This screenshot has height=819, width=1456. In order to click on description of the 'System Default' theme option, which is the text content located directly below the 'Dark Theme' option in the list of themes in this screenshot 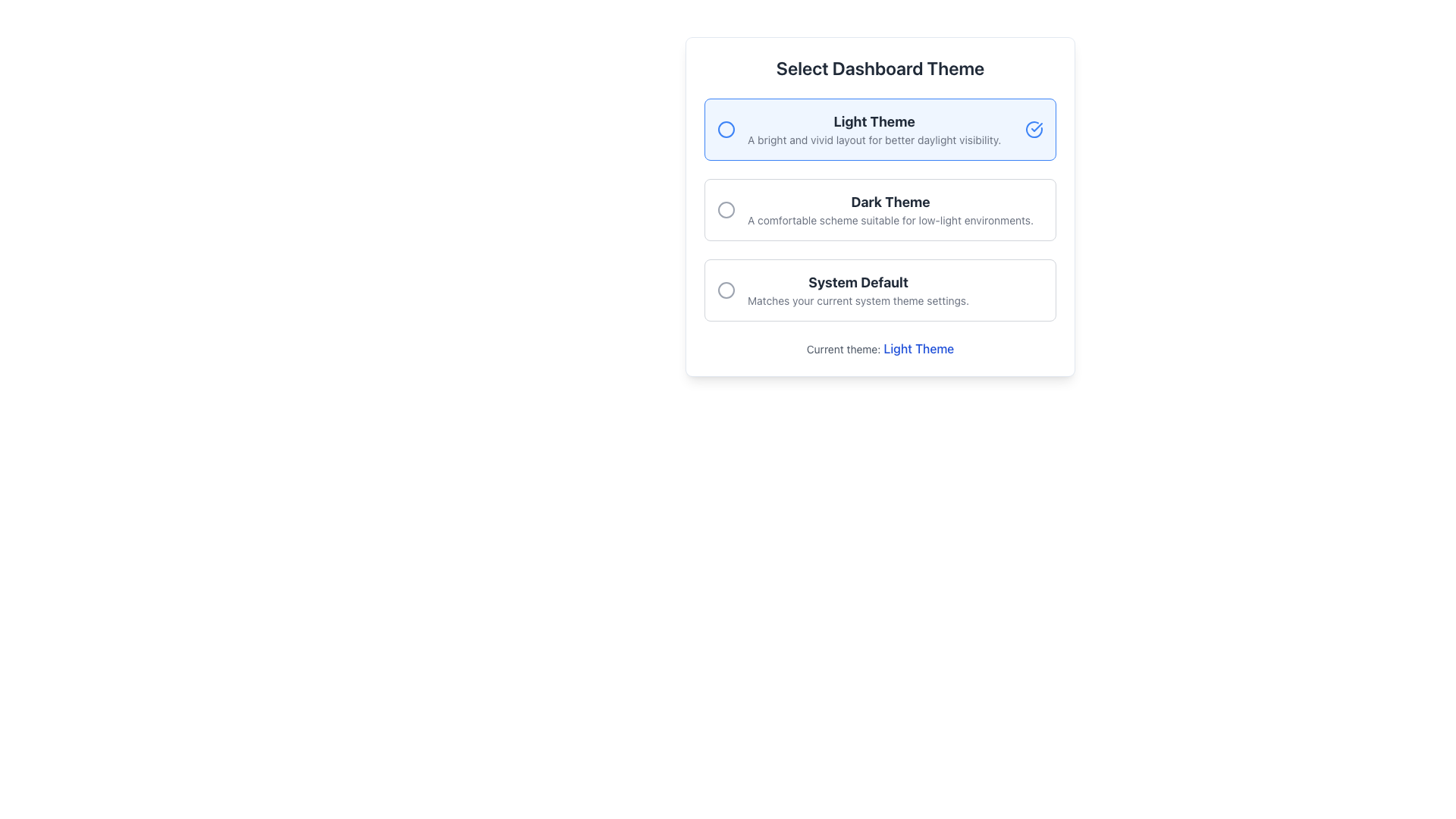, I will do `click(858, 290)`.